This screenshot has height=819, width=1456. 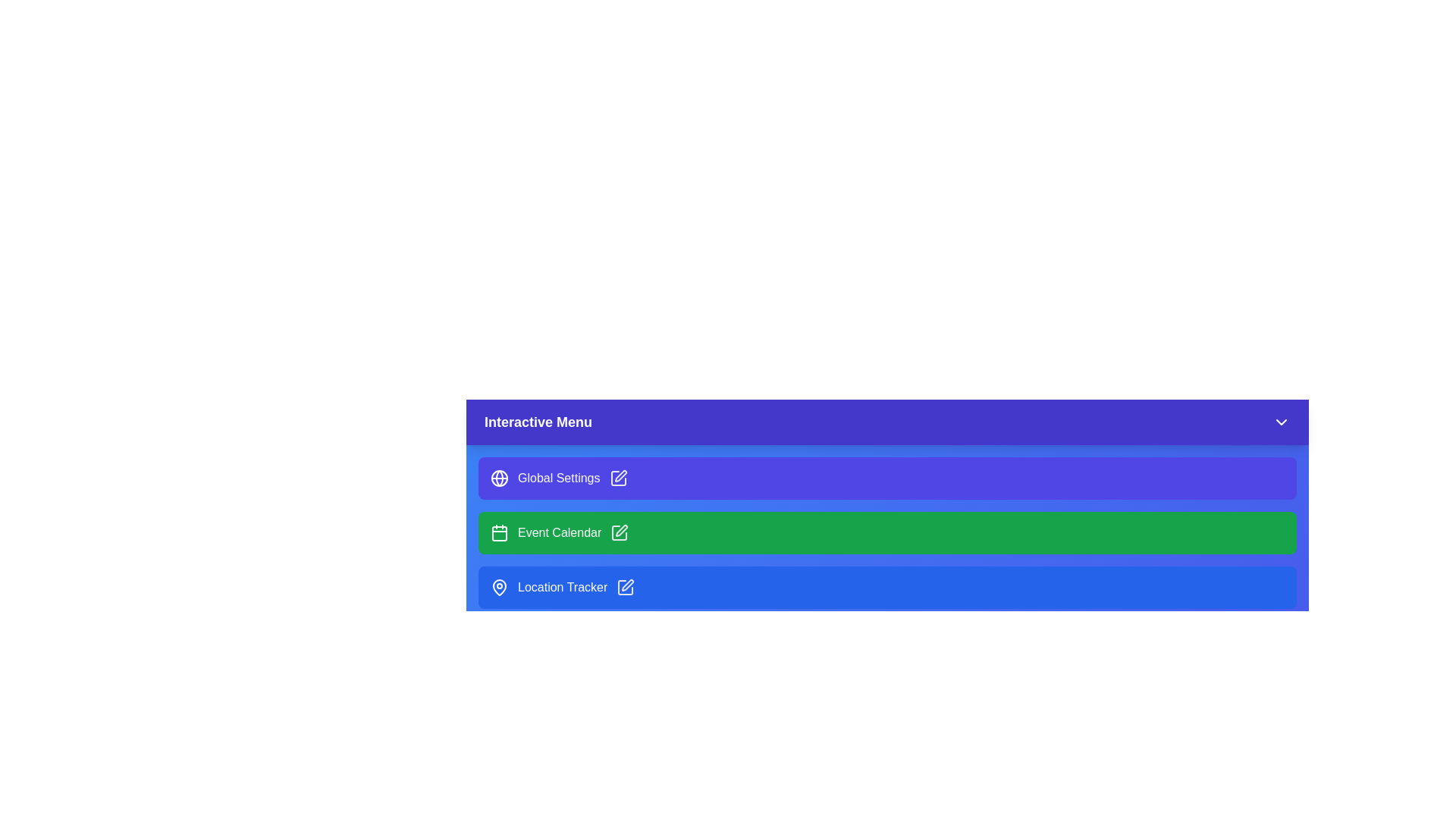 What do you see at coordinates (499, 532) in the screenshot?
I see `the icon of Event Calendar in the InteractiveDashboardMenu` at bounding box center [499, 532].